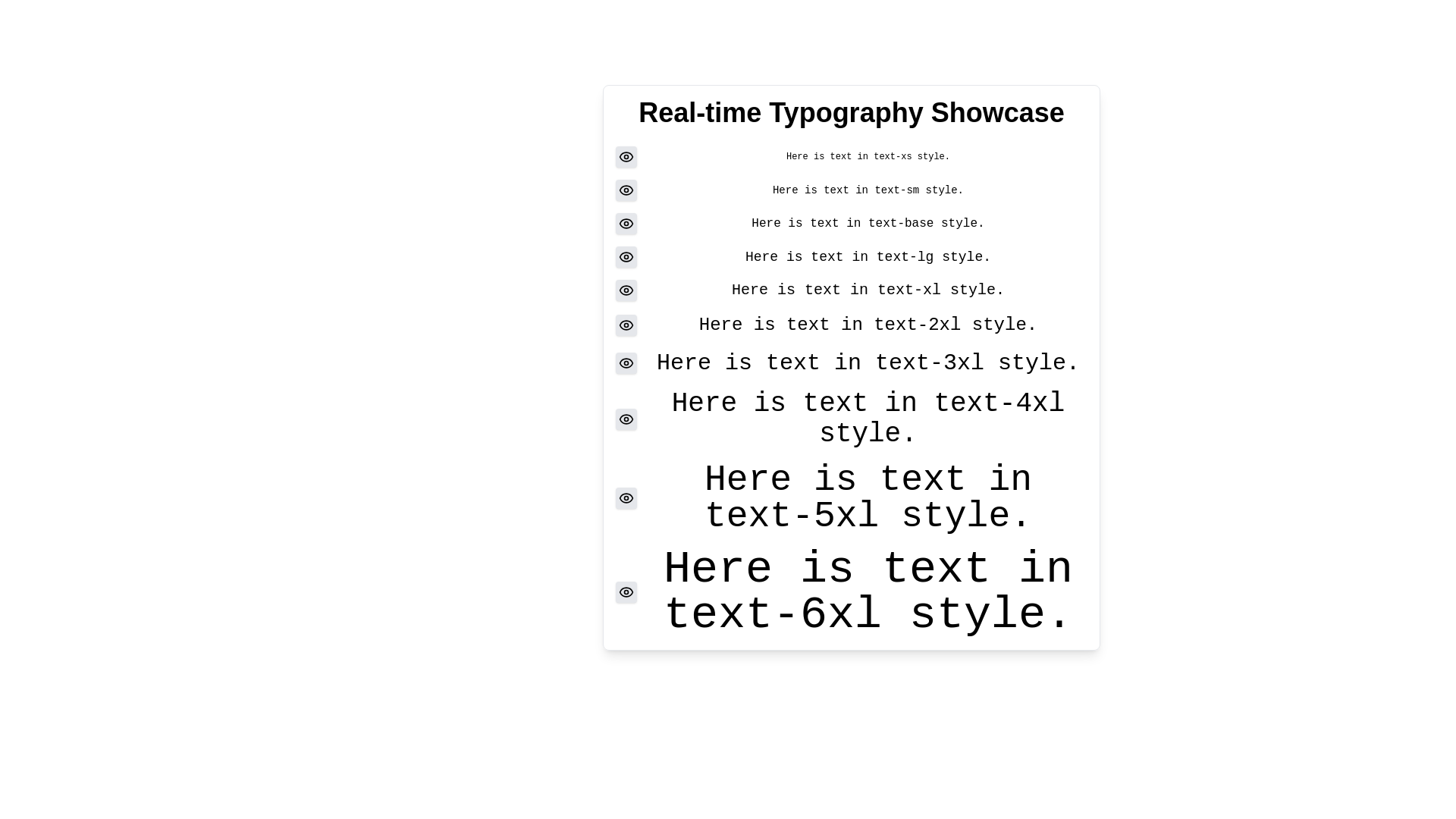 Image resolution: width=1456 pixels, height=819 pixels. I want to click on the Text display element labeled 'text-lg' to copy the text, which is the fourth element in a vertical list of typography samples, so click(868, 256).